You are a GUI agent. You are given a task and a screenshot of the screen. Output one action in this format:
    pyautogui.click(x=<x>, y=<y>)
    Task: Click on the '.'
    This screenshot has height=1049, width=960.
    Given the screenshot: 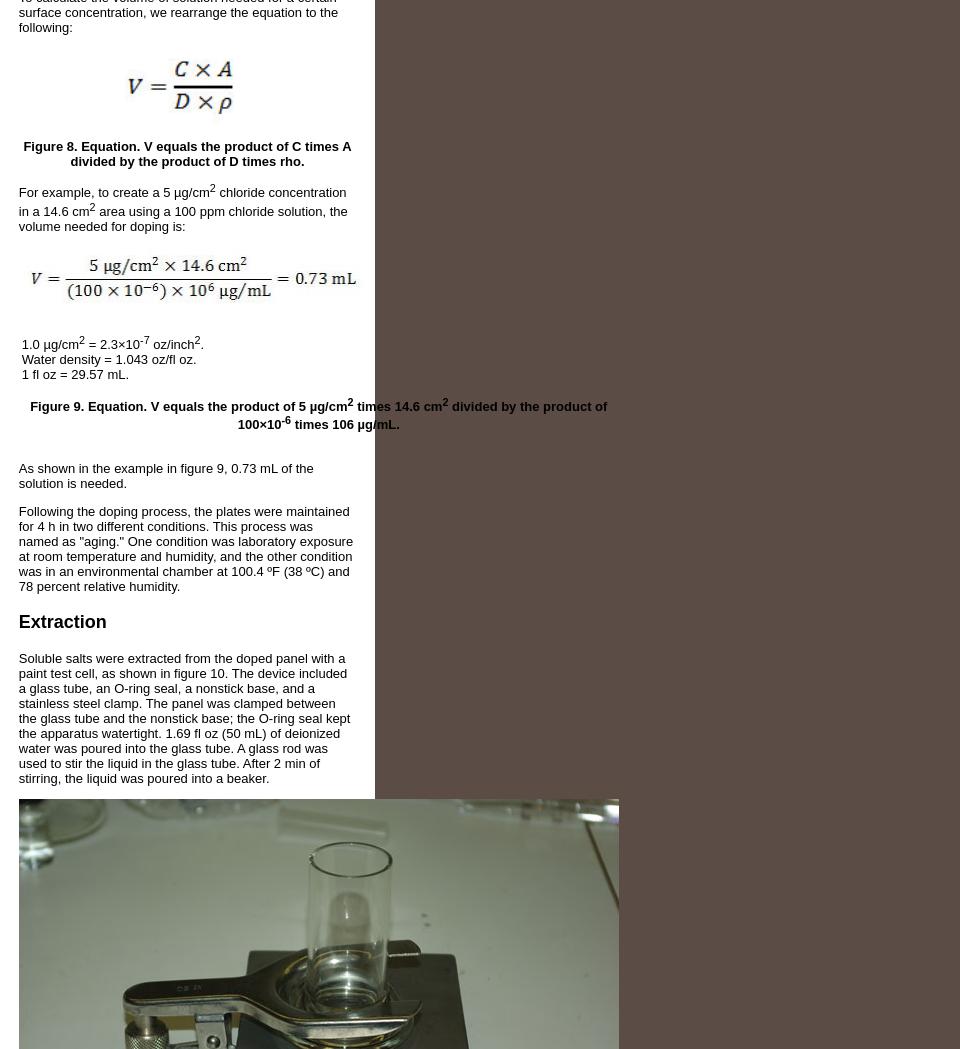 What is the action you would take?
    pyautogui.click(x=199, y=343)
    